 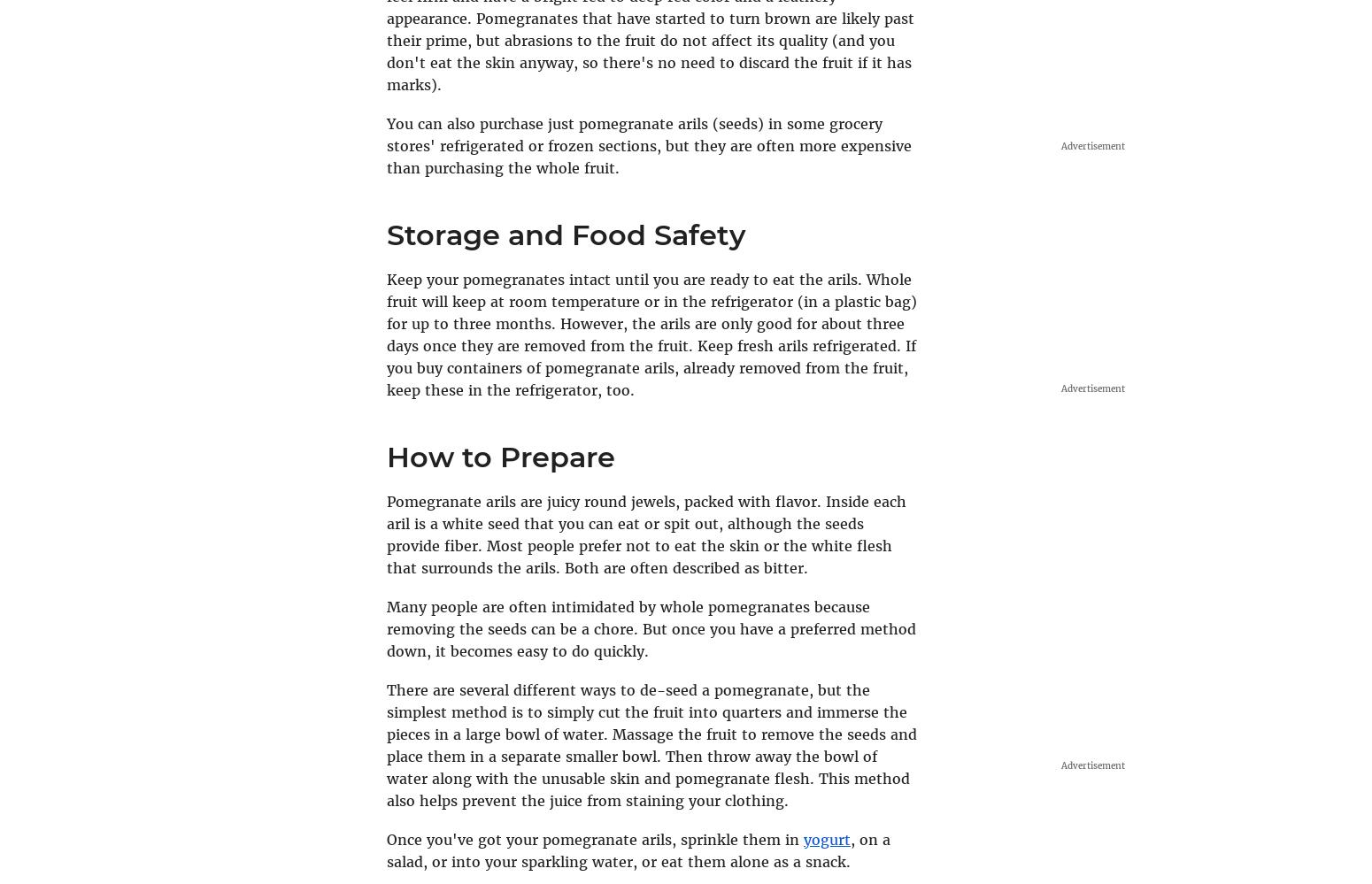 I want to click on 'Pomegranate arils are juicy round jewels, packed with flavor. Inside each aril is a white seed that you can eat or spit out, although the seeds provide fiber. Most people prefer not to eat the skin or the white flesh that surrounds the arils. Both are often described as bitter.', so click(x=646, y=534).